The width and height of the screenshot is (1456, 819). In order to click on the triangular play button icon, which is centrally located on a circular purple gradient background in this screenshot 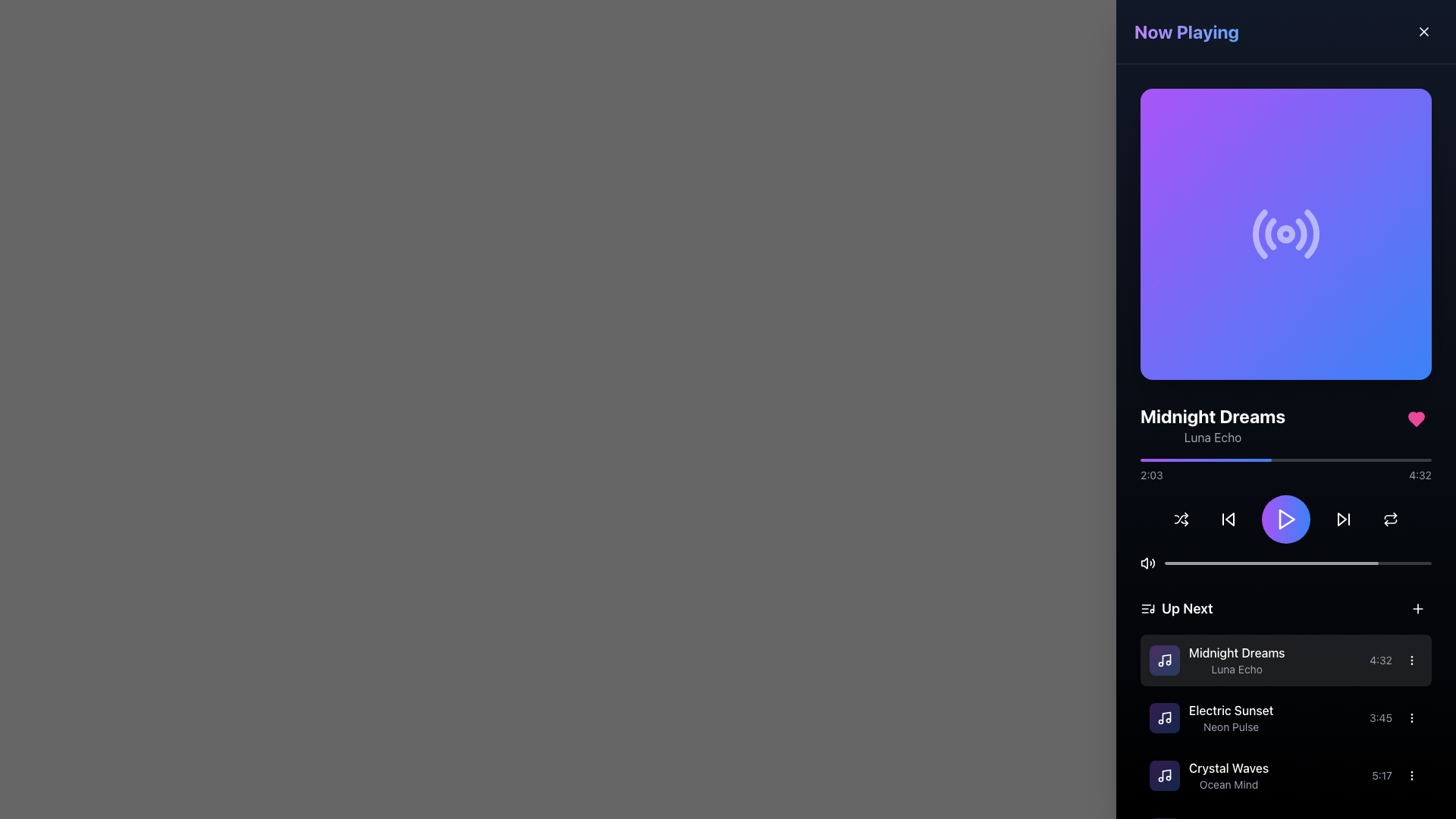, I will do `click(1286, 519)`.